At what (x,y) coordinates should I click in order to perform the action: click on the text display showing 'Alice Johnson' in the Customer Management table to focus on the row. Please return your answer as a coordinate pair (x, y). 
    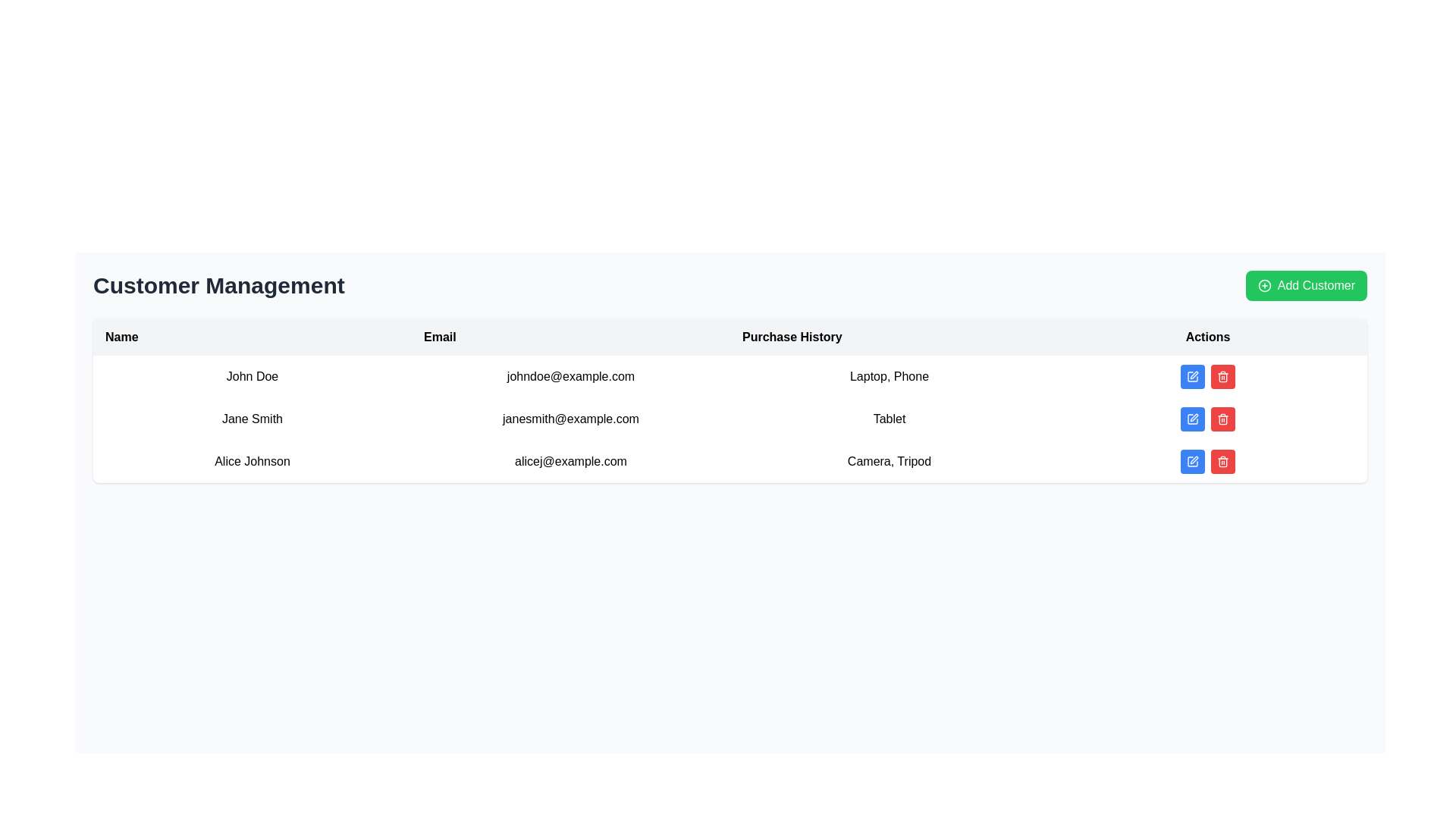
    Looking at the image, I should click on (252, 461).